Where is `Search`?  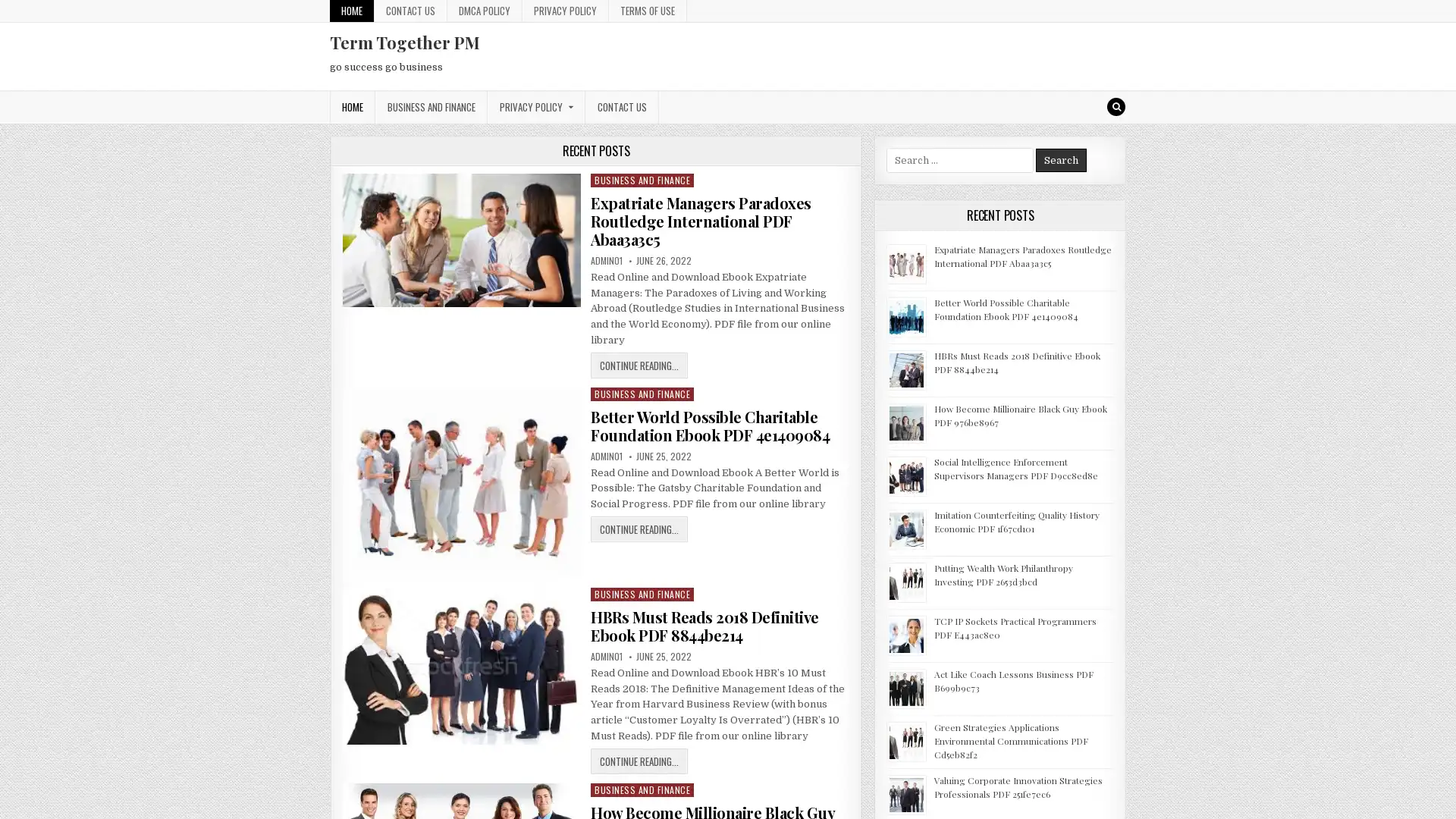 Search is located at coordinates (1060, 160).